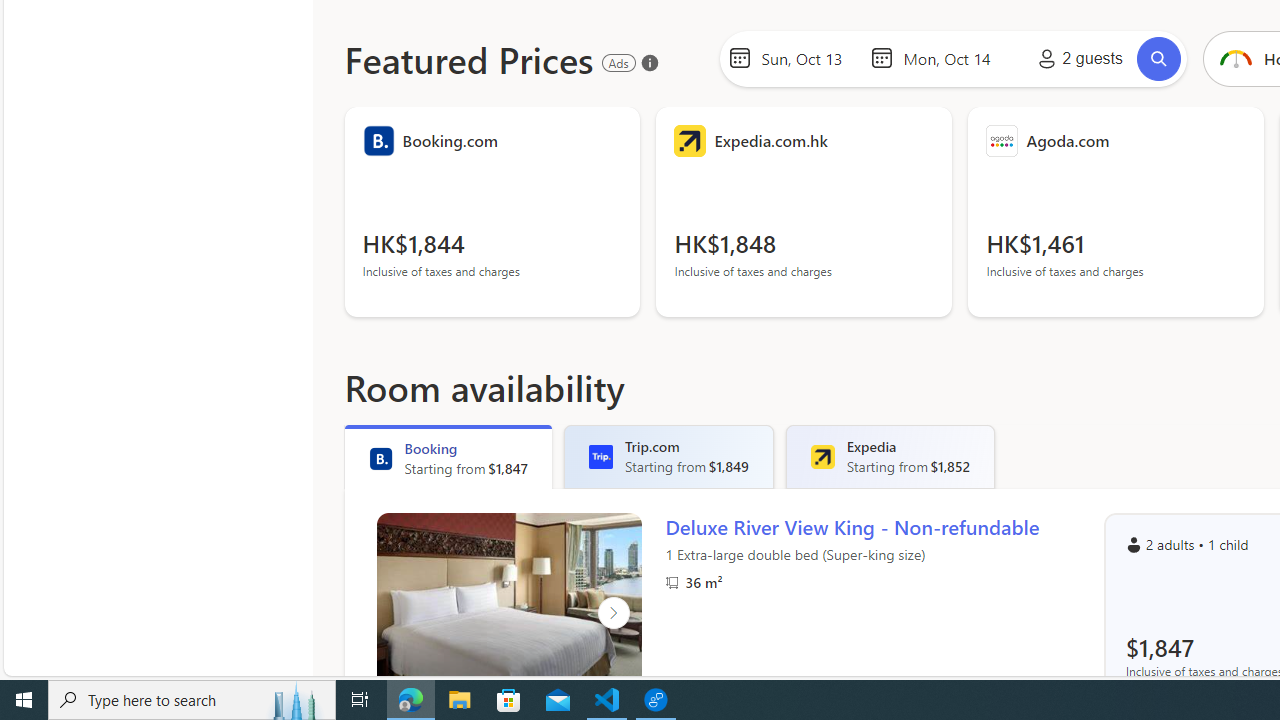 The image size is (1280, 720). Describe the element at coordinates (1075, 58) in the screenshot. I see `'2 guests'` at that location.